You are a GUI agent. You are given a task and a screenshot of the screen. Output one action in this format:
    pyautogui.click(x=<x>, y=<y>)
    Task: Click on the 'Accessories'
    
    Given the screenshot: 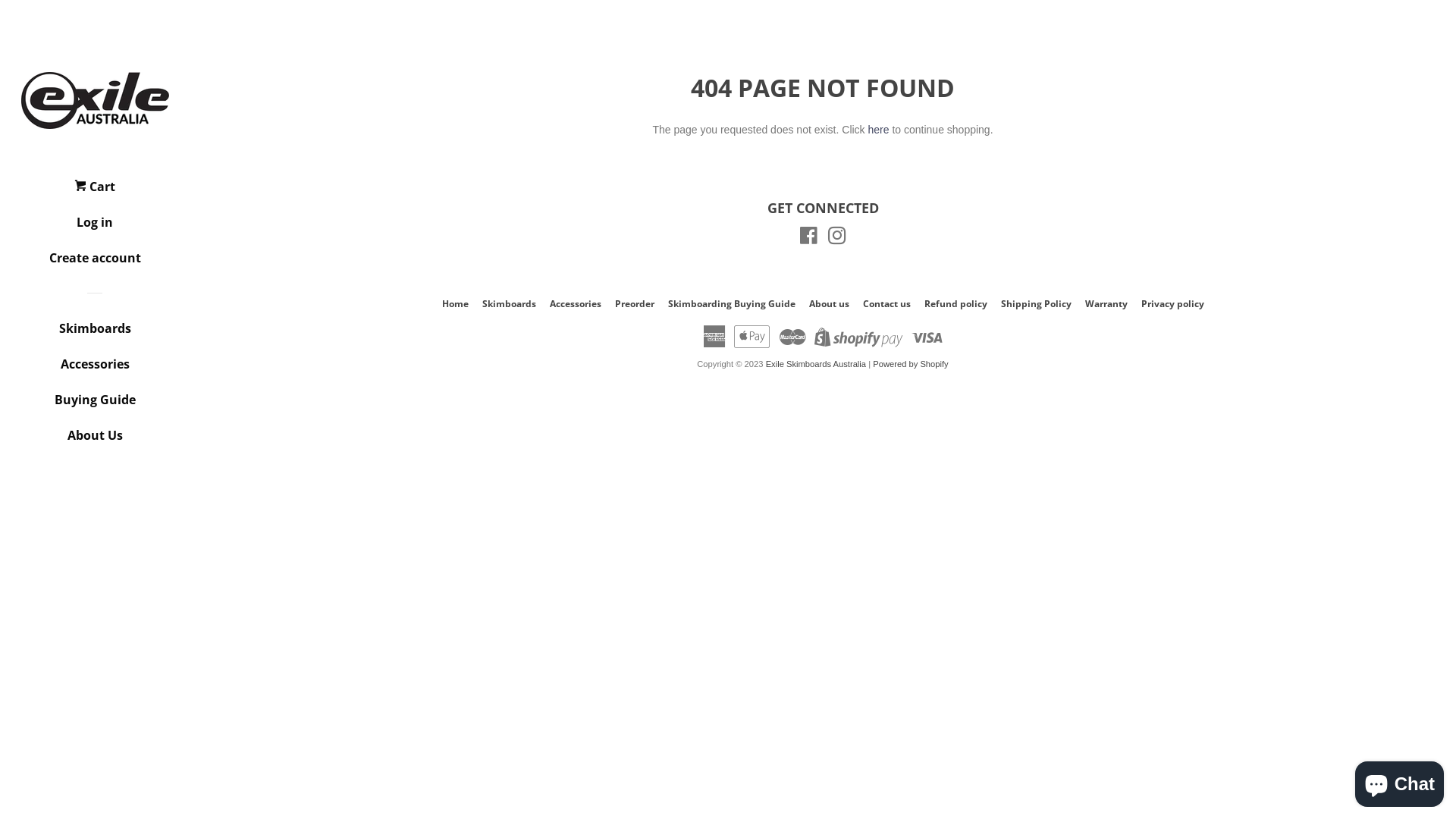 What is the action you would take?
    pyautogui.click(x=93, y=369)
    